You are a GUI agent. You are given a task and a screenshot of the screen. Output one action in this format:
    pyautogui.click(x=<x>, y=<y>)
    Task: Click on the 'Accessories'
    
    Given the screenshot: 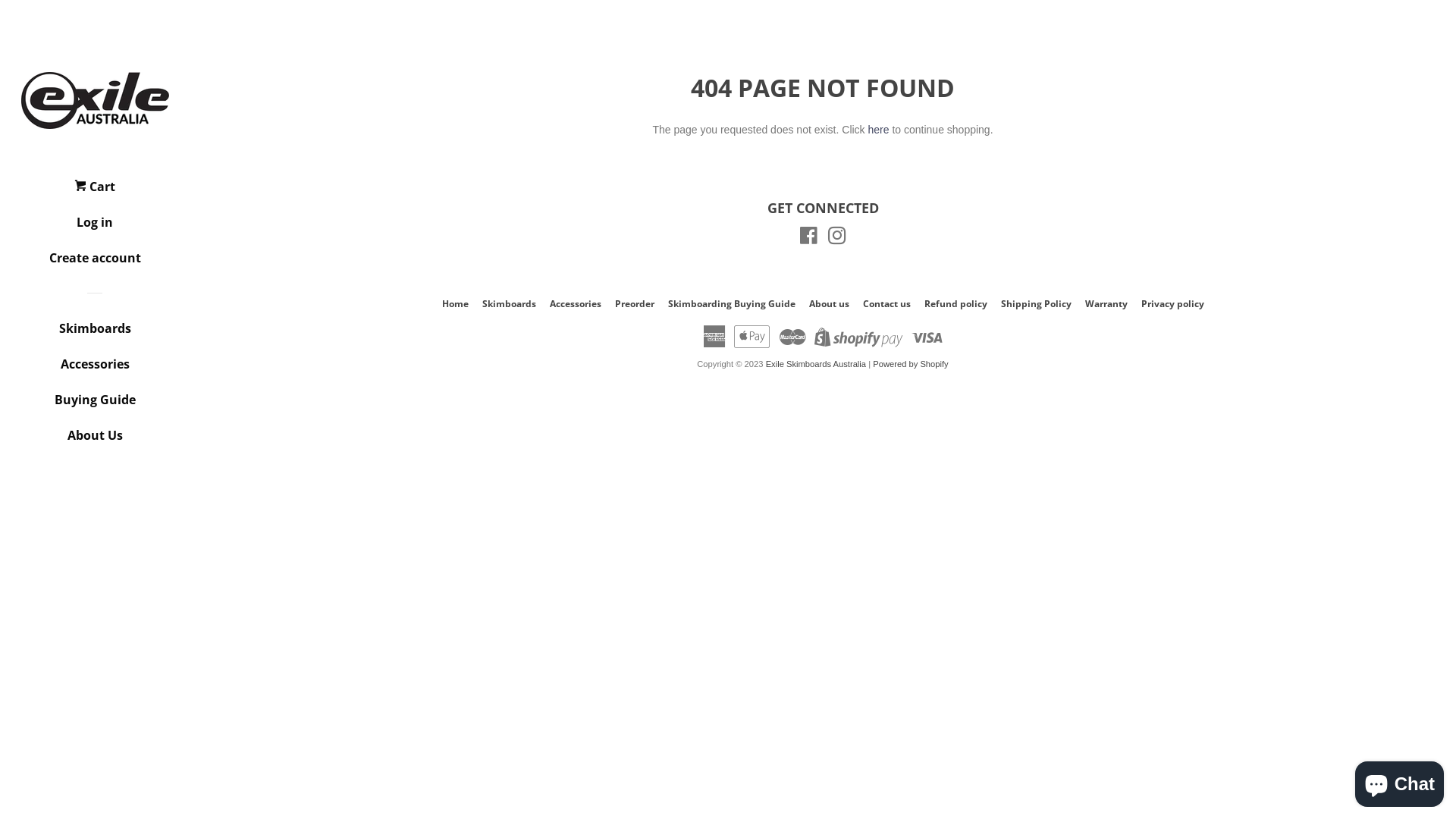 What is the action you would take?
    pyautogui.click(x=93, y=369)
    